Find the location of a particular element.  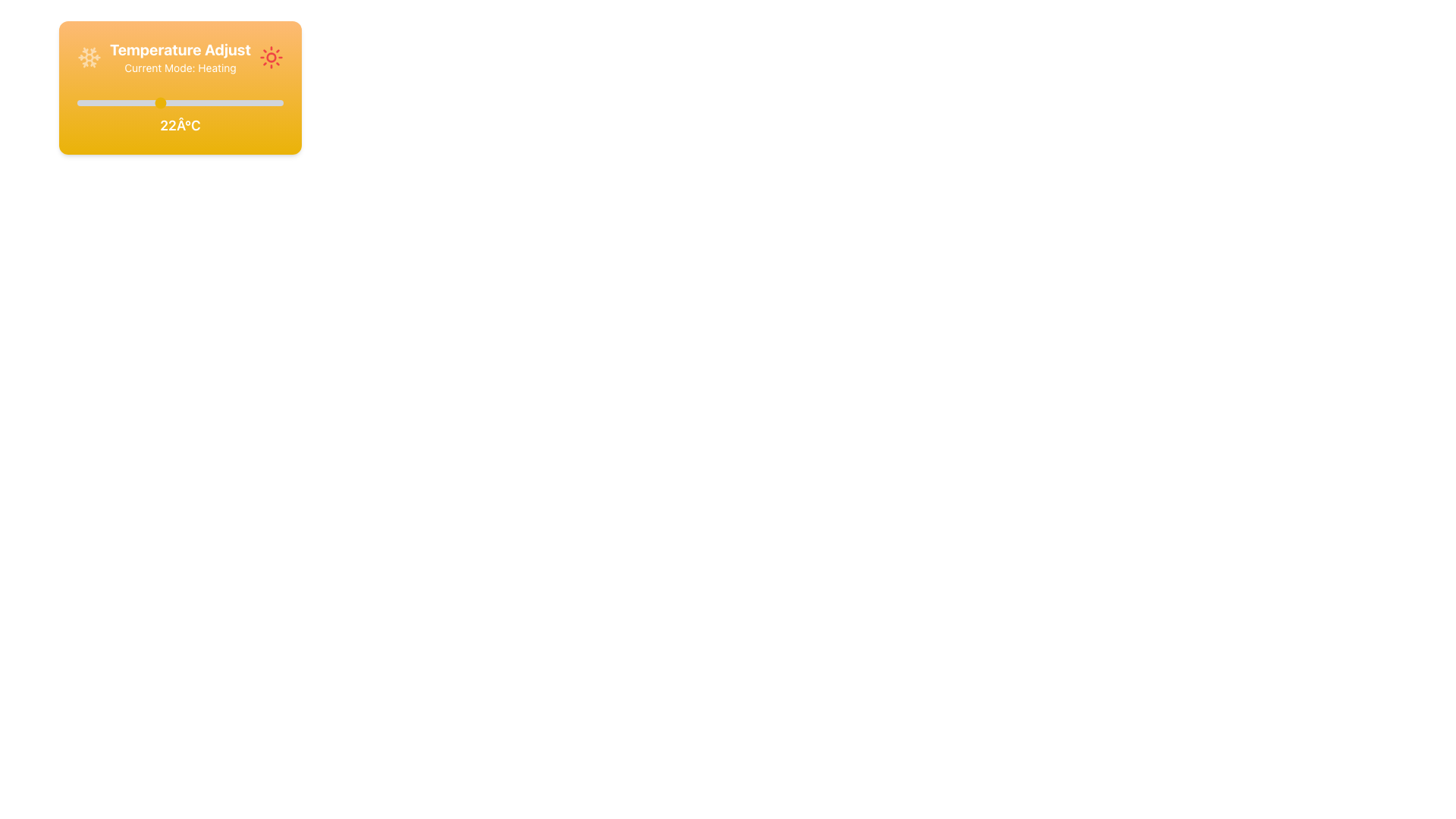

the Range Slider used for adjusting temperature values, which is located under the title 'Temperature Adjust' and above the label displaying '22°C' is located at coordinates (180, 102).